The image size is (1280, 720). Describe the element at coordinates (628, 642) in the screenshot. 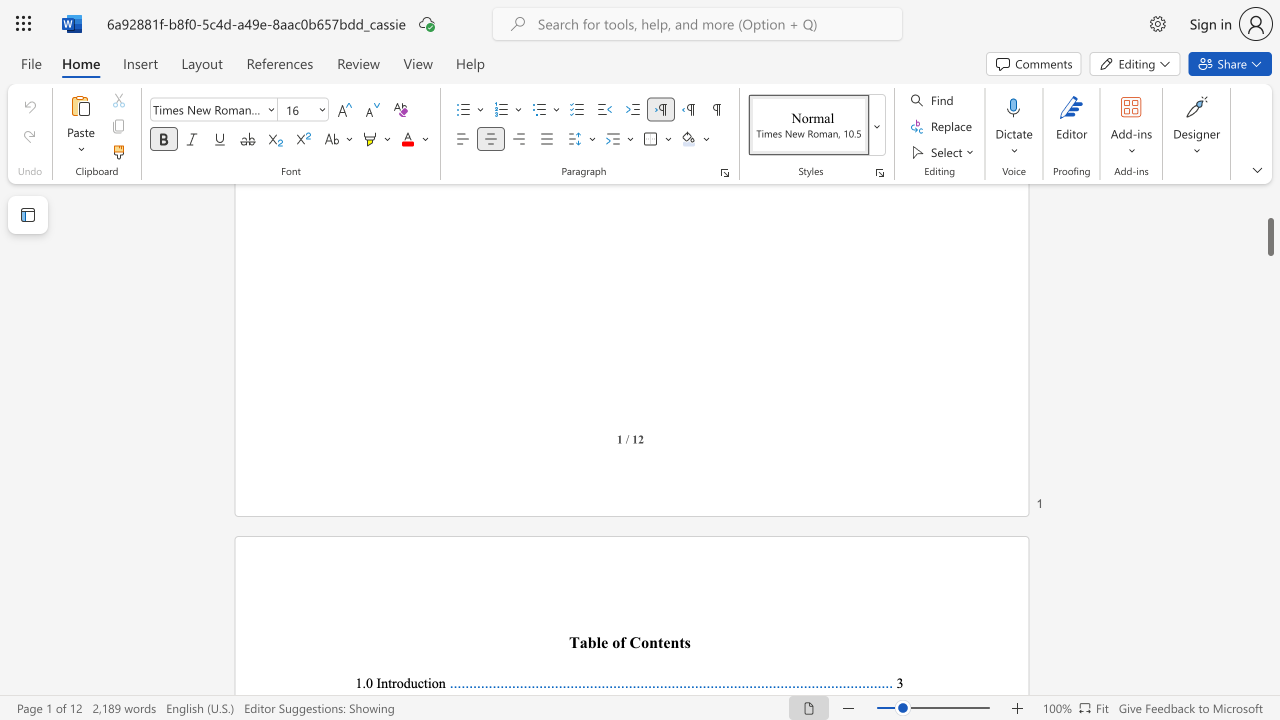

I see `the subset text "Content" within the text "able of Contents"` at that location.